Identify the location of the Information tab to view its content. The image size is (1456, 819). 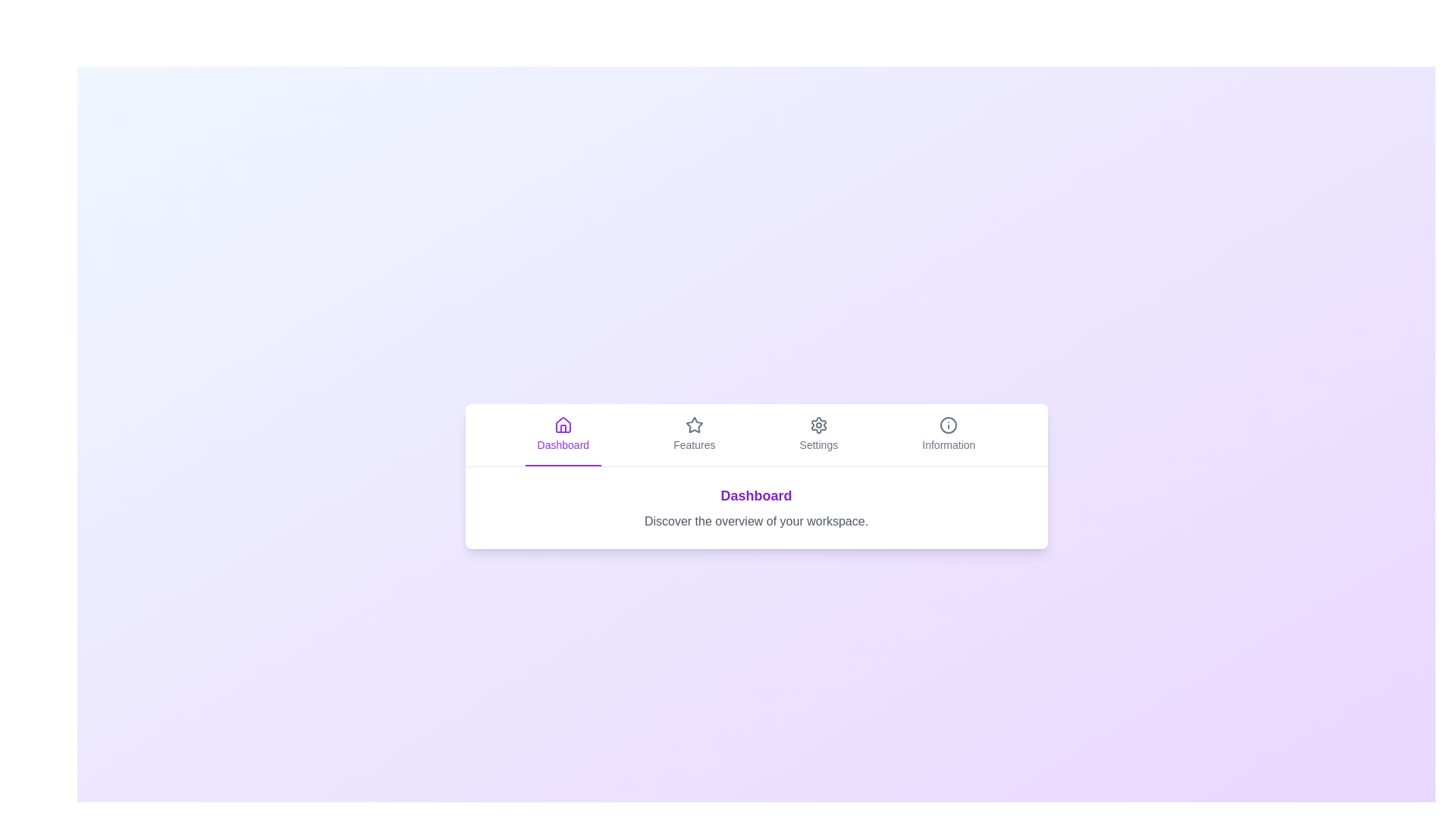
(948, 435).